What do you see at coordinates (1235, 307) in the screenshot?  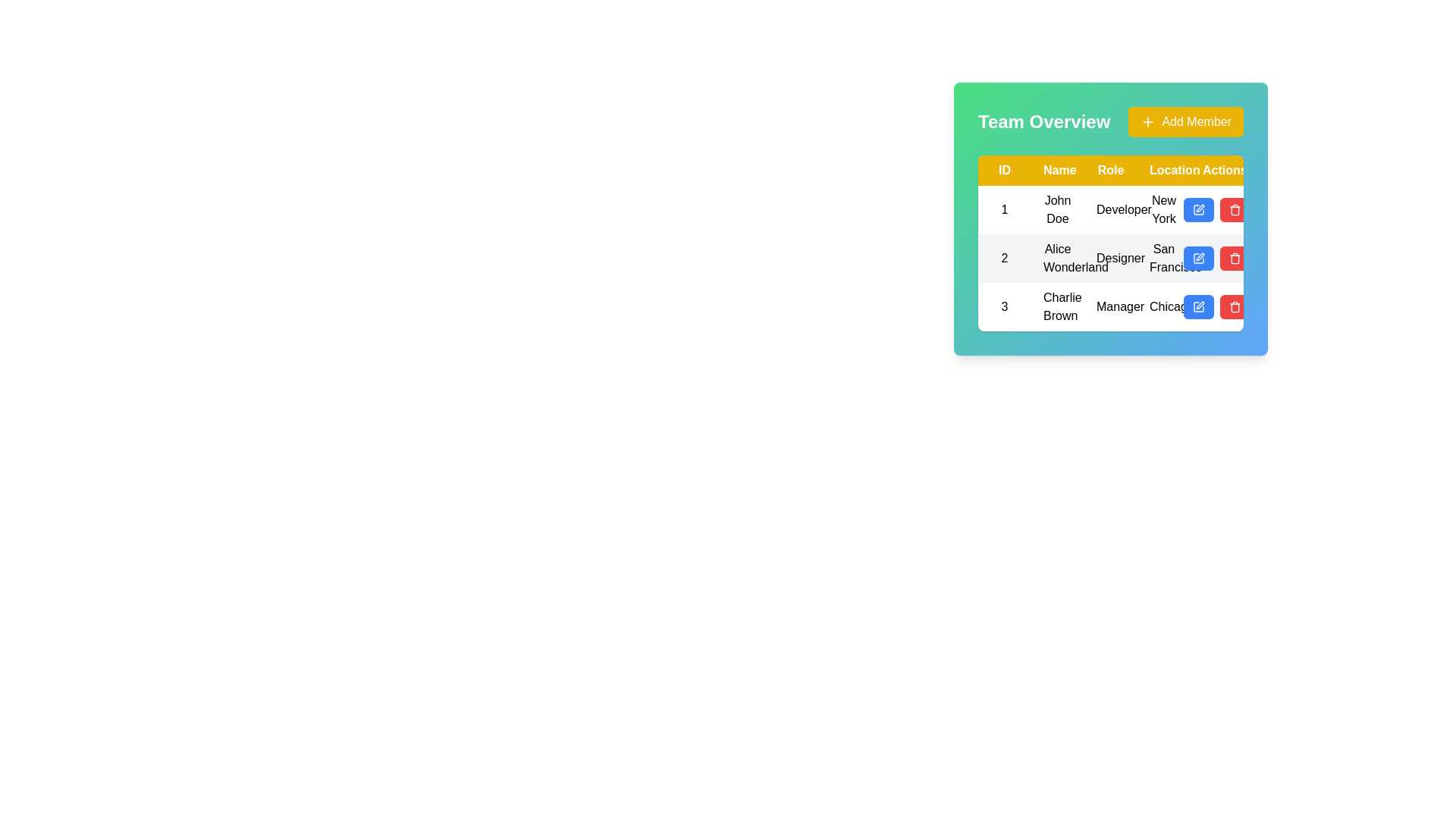 I see `the red button with a trash bin icon located to the right of the blue 'edit' button` at bounding box center [1235, 307].